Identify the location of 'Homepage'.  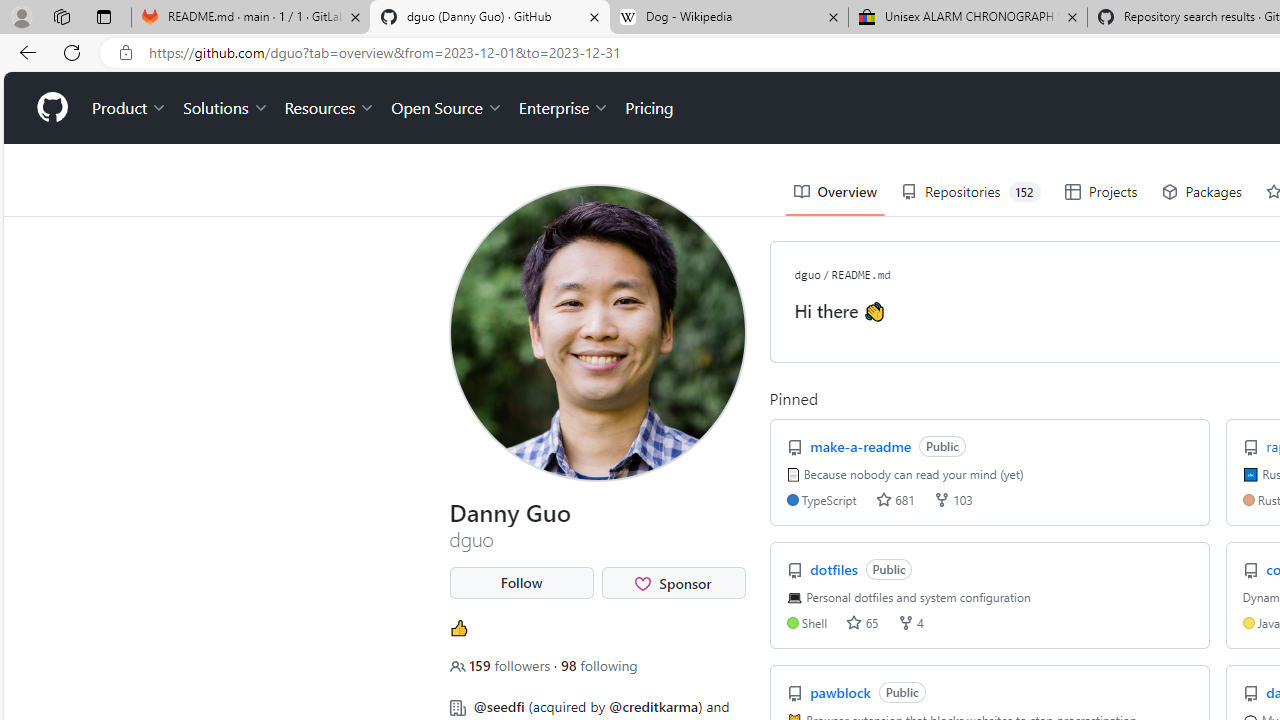
(51, 108).